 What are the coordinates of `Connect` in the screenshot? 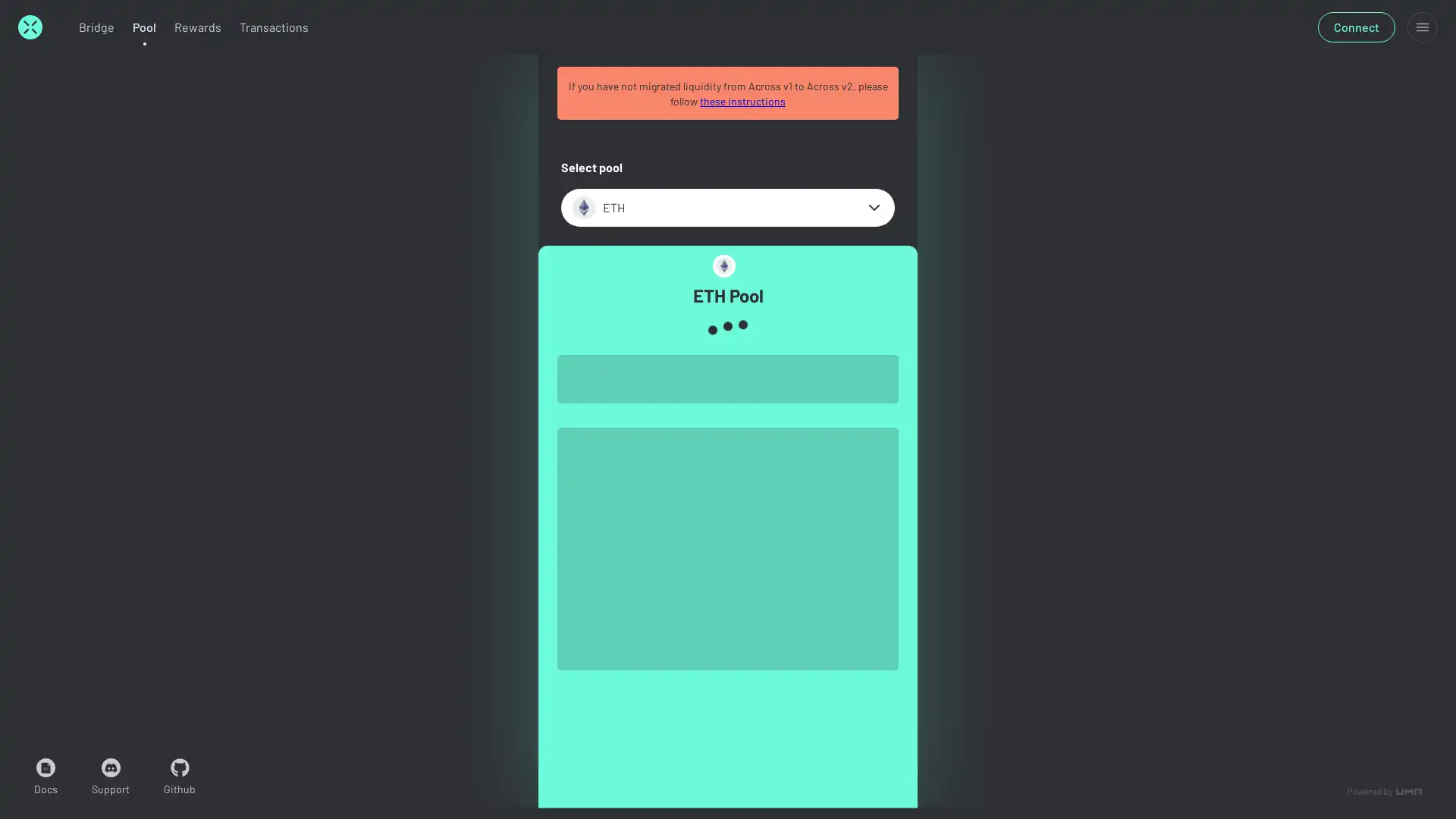 It's located at (1357, 27).